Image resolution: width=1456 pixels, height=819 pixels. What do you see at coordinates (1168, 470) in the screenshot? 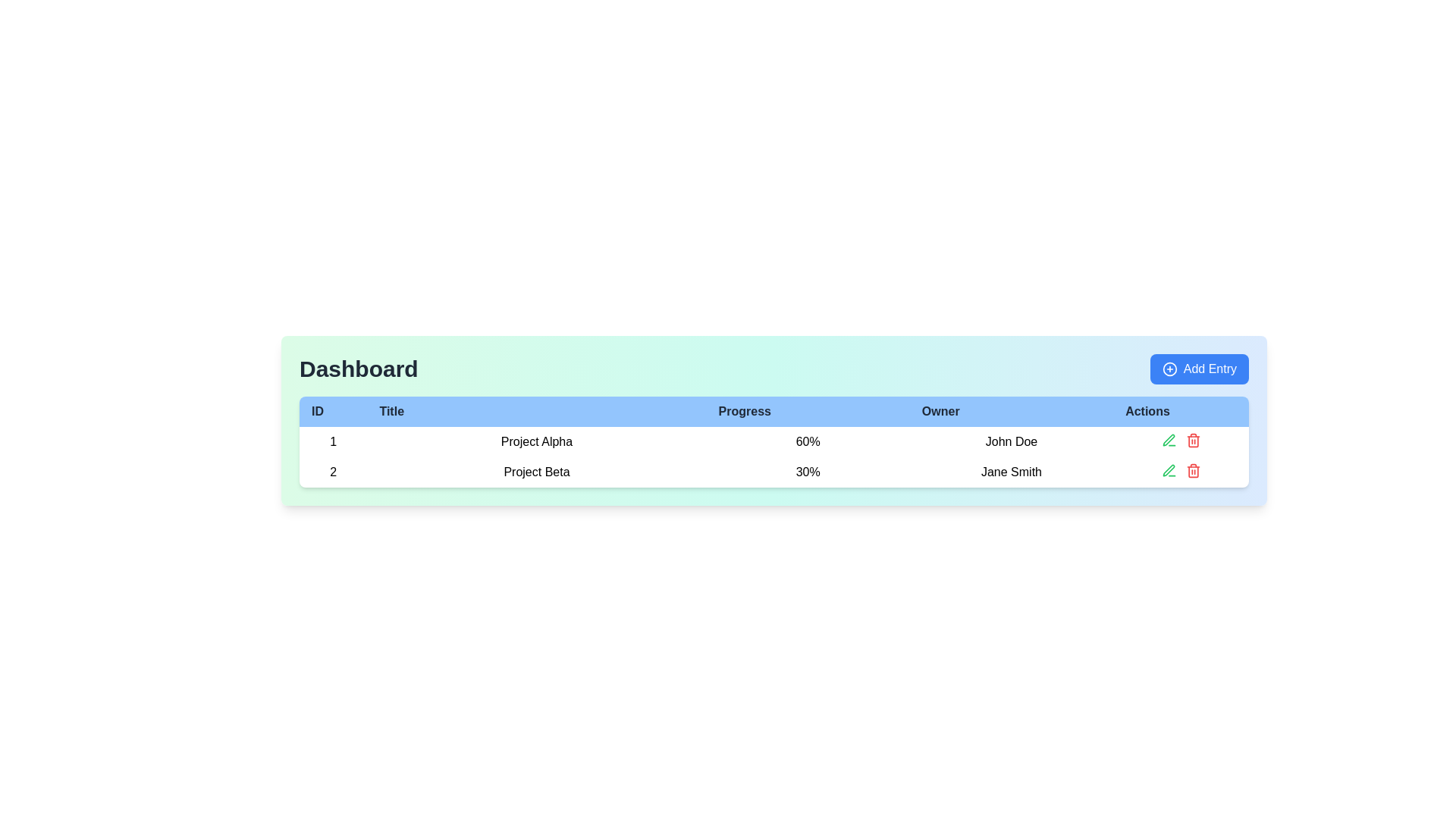
I see `the green pen-shaped icon button located in the 'Actions' column of the second row of the table under the 'Dashboard' section` at bounding box center [1168, 470].